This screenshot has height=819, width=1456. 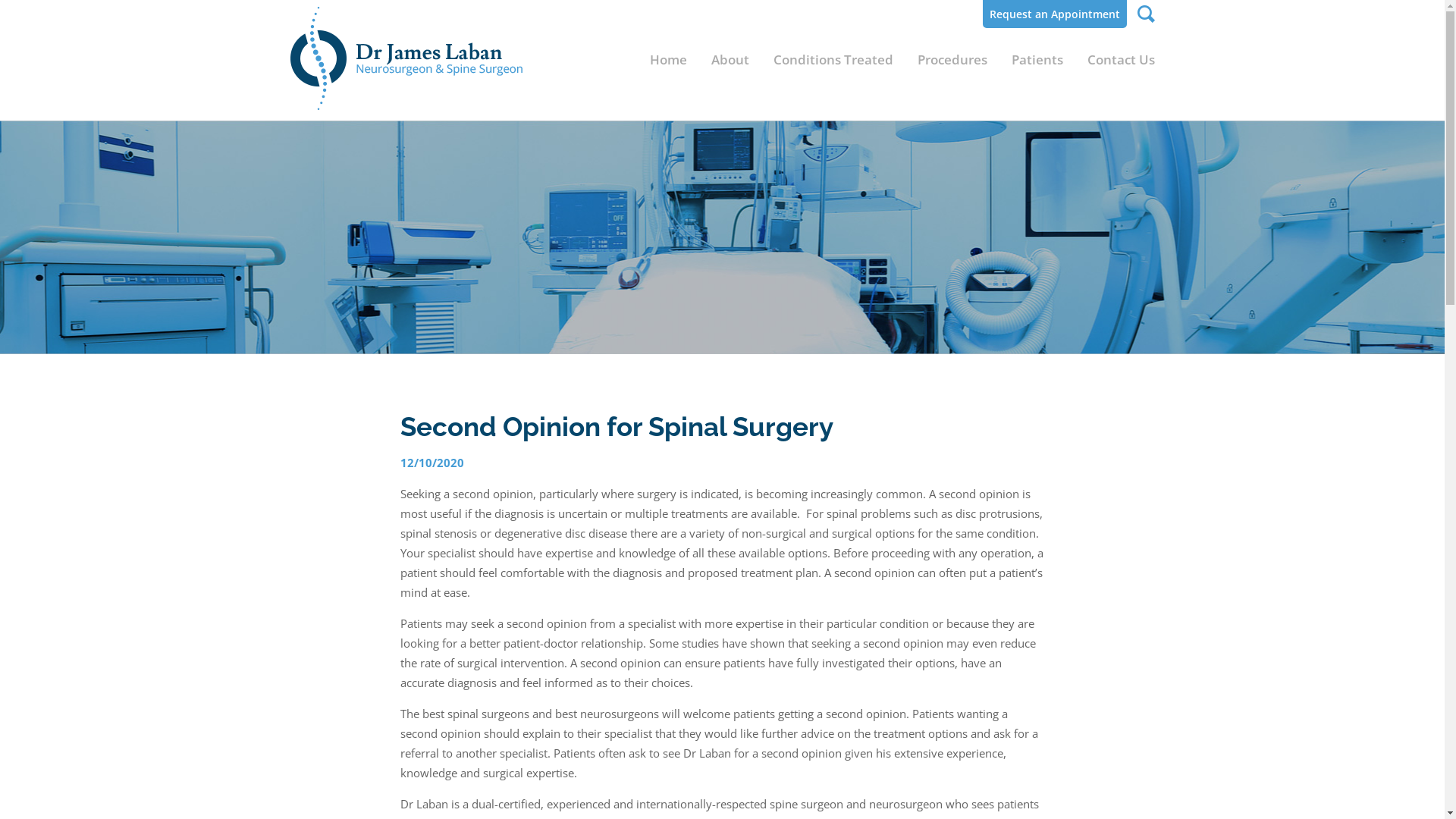 I want to click on 'About', so click(x=730, y=58).